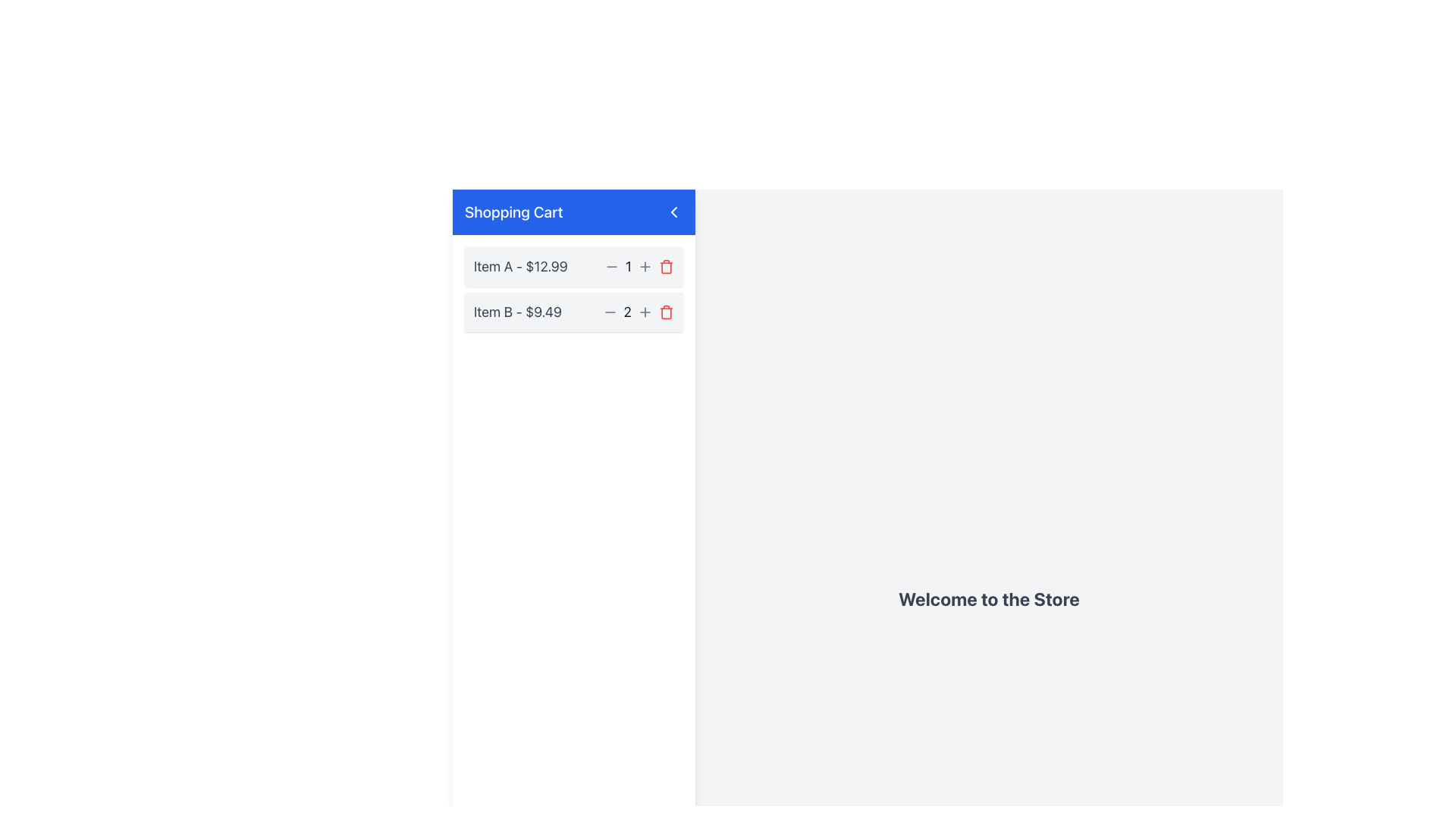  I want to click on the delete button located at the end of the line containing item quantity and controls, so click(666, 312).